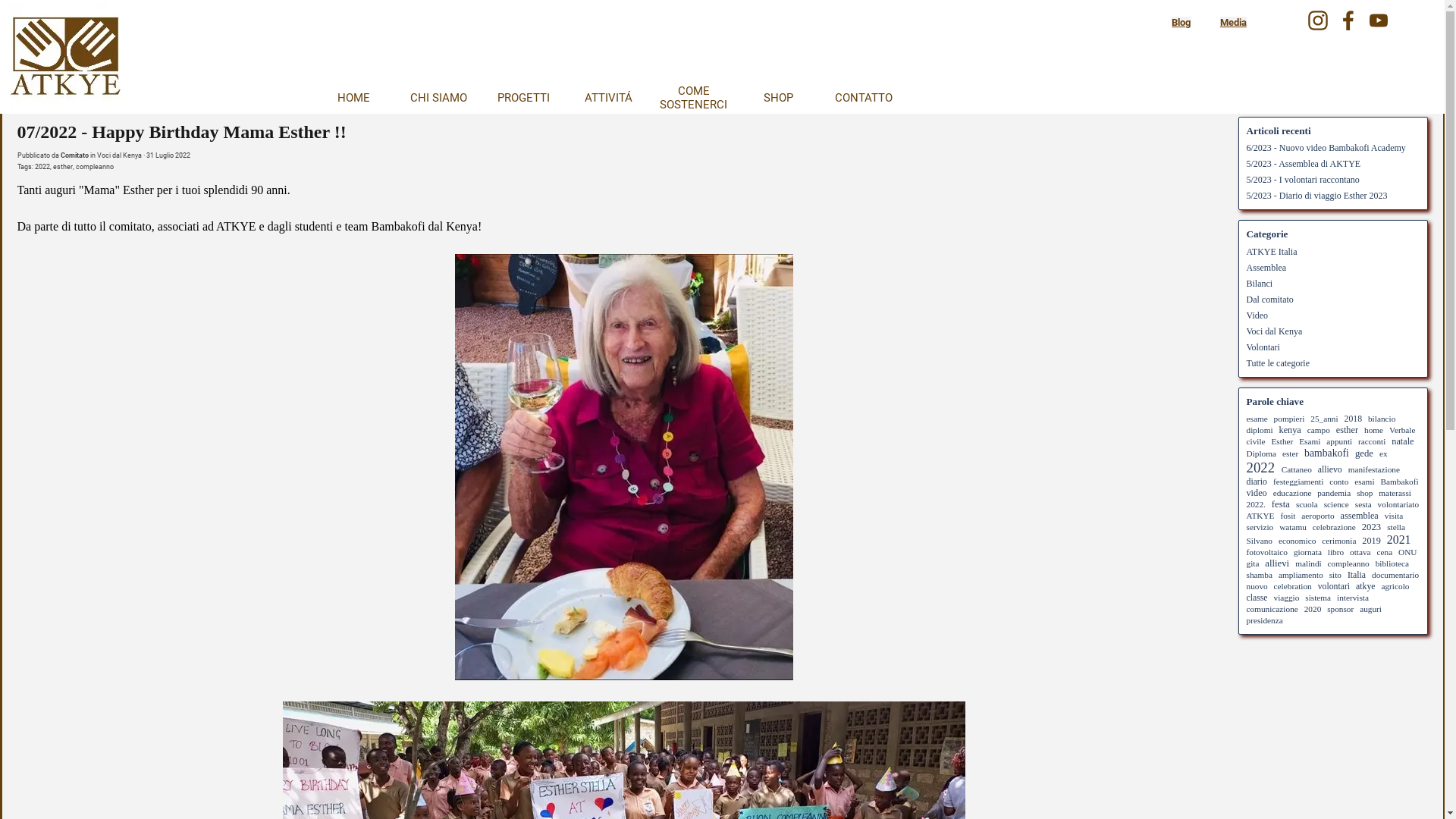  I want to click on 'Comitato', so click(74, 155).